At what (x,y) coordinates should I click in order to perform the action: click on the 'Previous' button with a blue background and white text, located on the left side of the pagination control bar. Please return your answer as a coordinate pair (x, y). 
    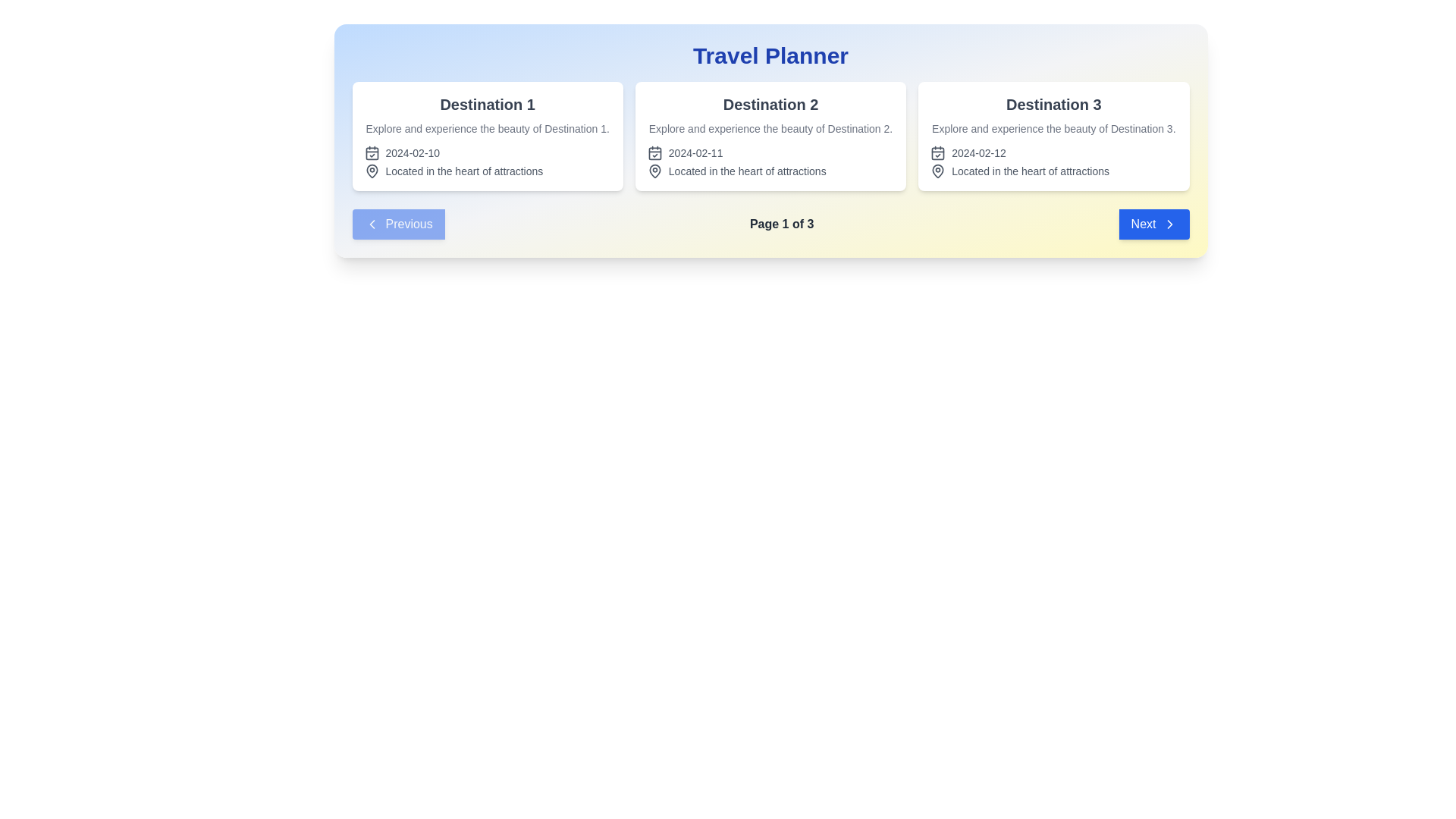
    Looking at the image, I should click on (398, 224).